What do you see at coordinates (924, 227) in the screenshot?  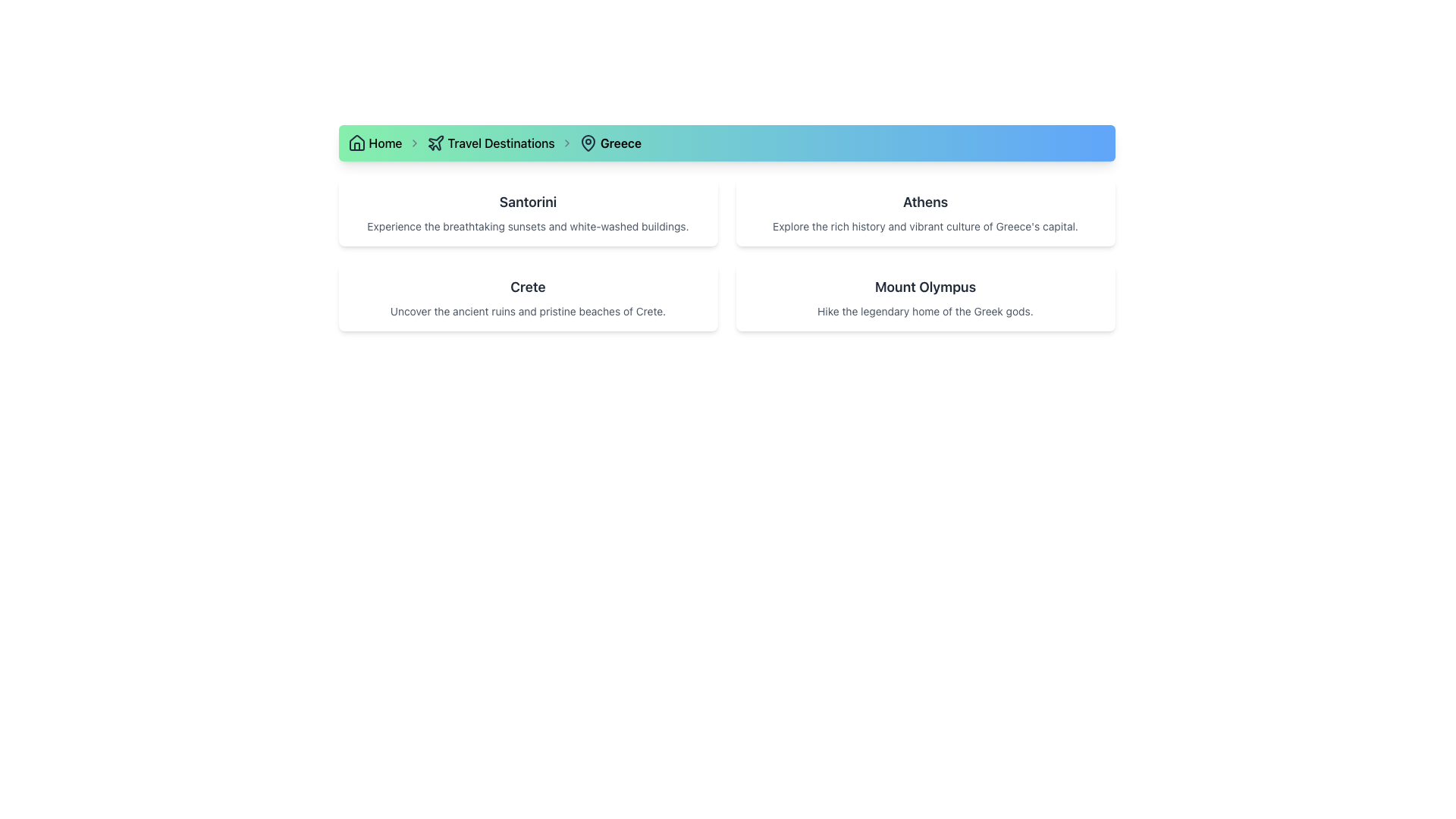 I see `the small-sized, gray-colored text reading 'Explore the rich history and vibrant culture of Greece's capital.' positioned below the heading 'Athens' in the top-right card-like section` at bounding box center [924, 227].